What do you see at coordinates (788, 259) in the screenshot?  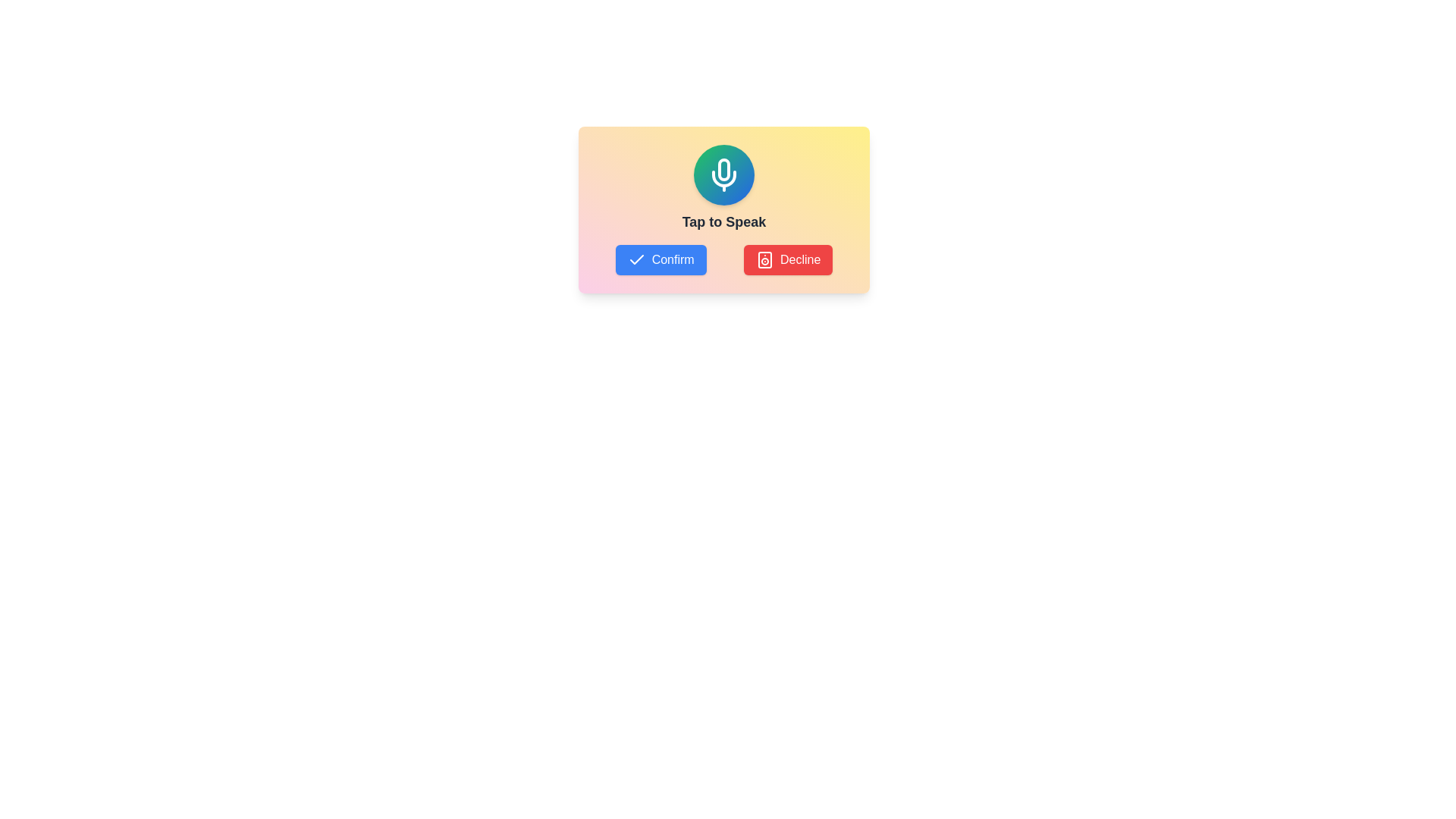 I see `the 'Decline' button, which is styled with a red background and white text, to observe any potential hover effect` at bounding box center [788, 259].